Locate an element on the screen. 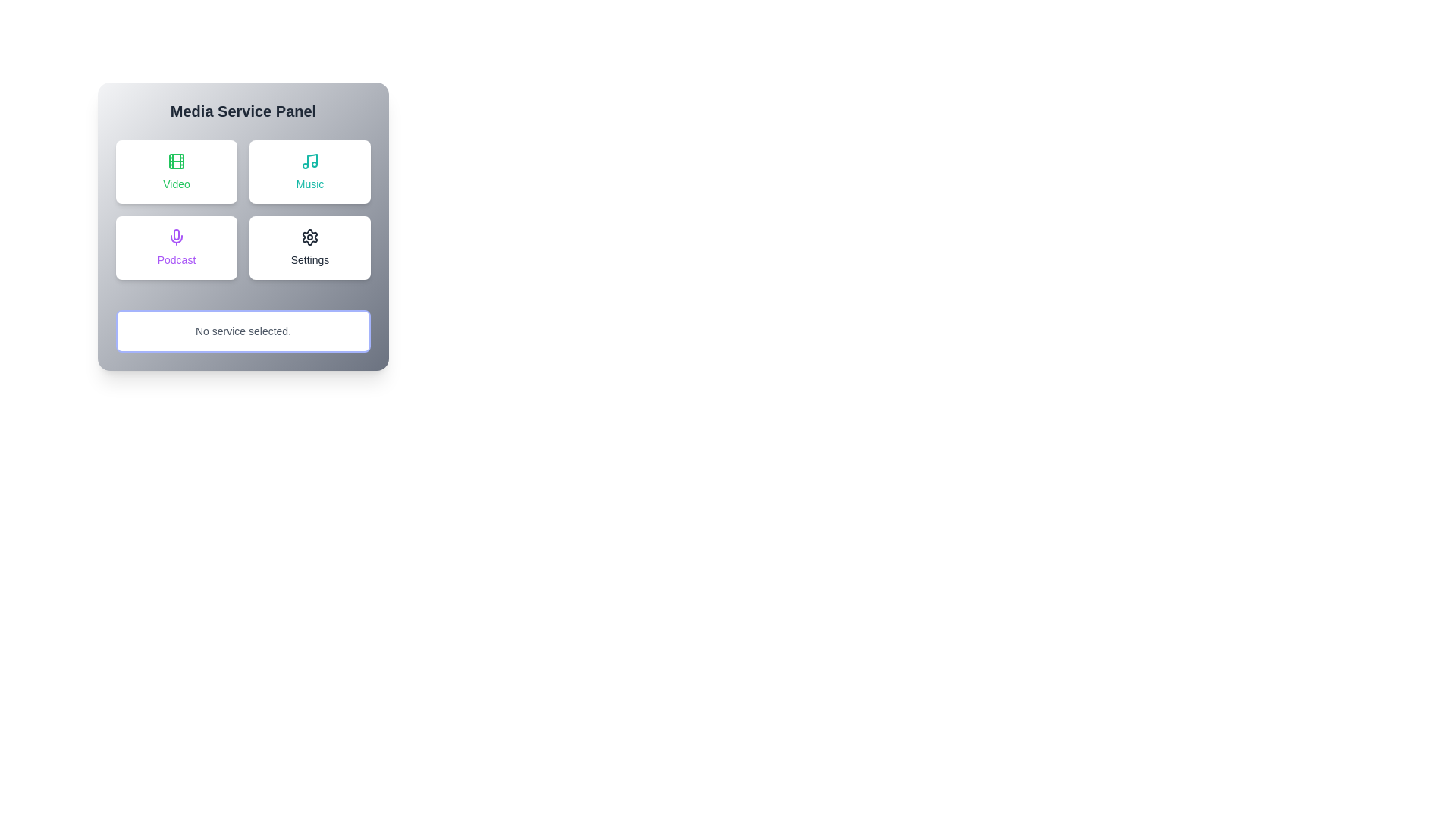  the curved line or arc within the microphone icon located at the bottom-center of the representation is located at coordinates (177, 239).